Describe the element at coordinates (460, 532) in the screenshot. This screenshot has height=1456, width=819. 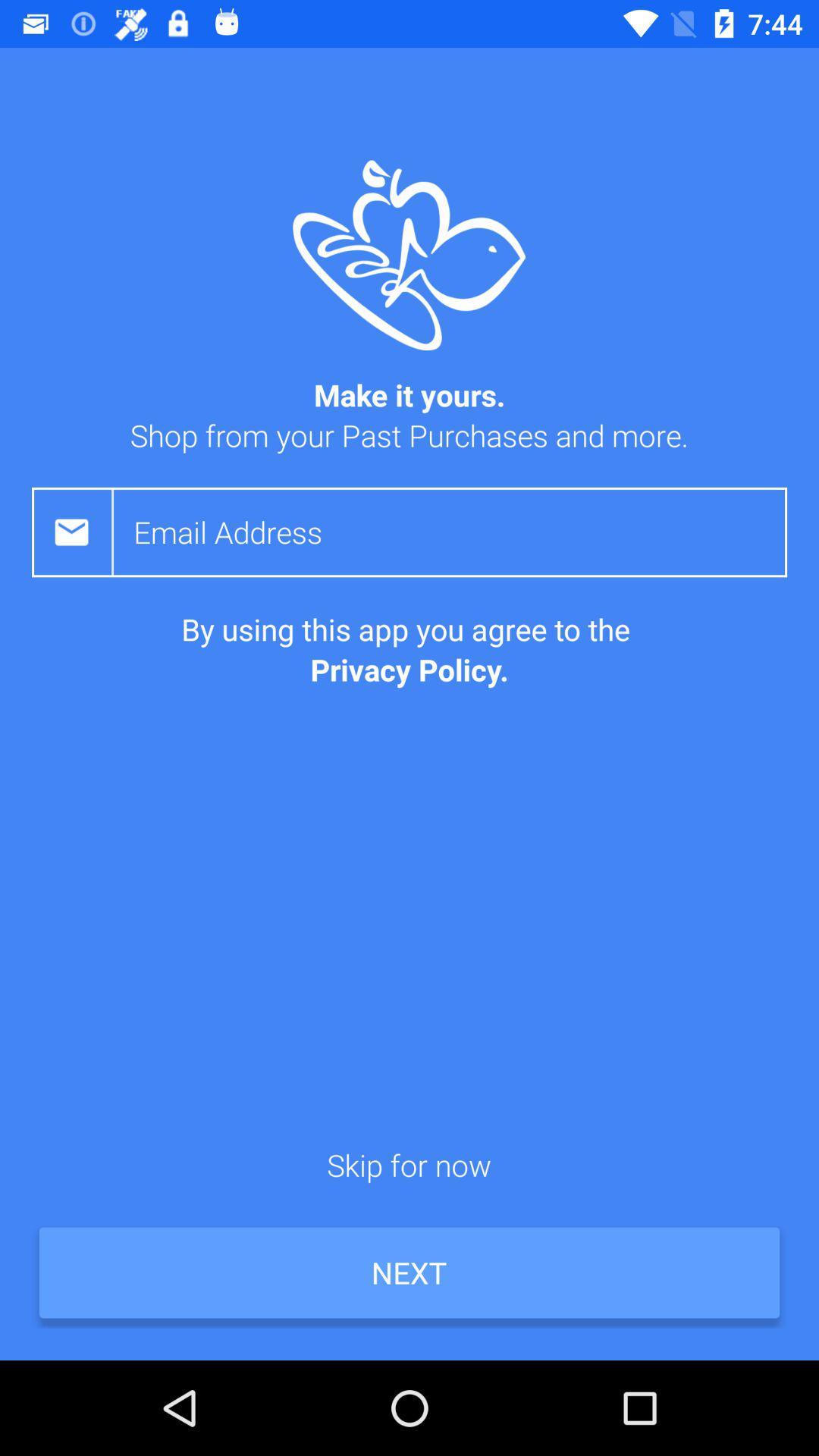
I see `email` at that location.